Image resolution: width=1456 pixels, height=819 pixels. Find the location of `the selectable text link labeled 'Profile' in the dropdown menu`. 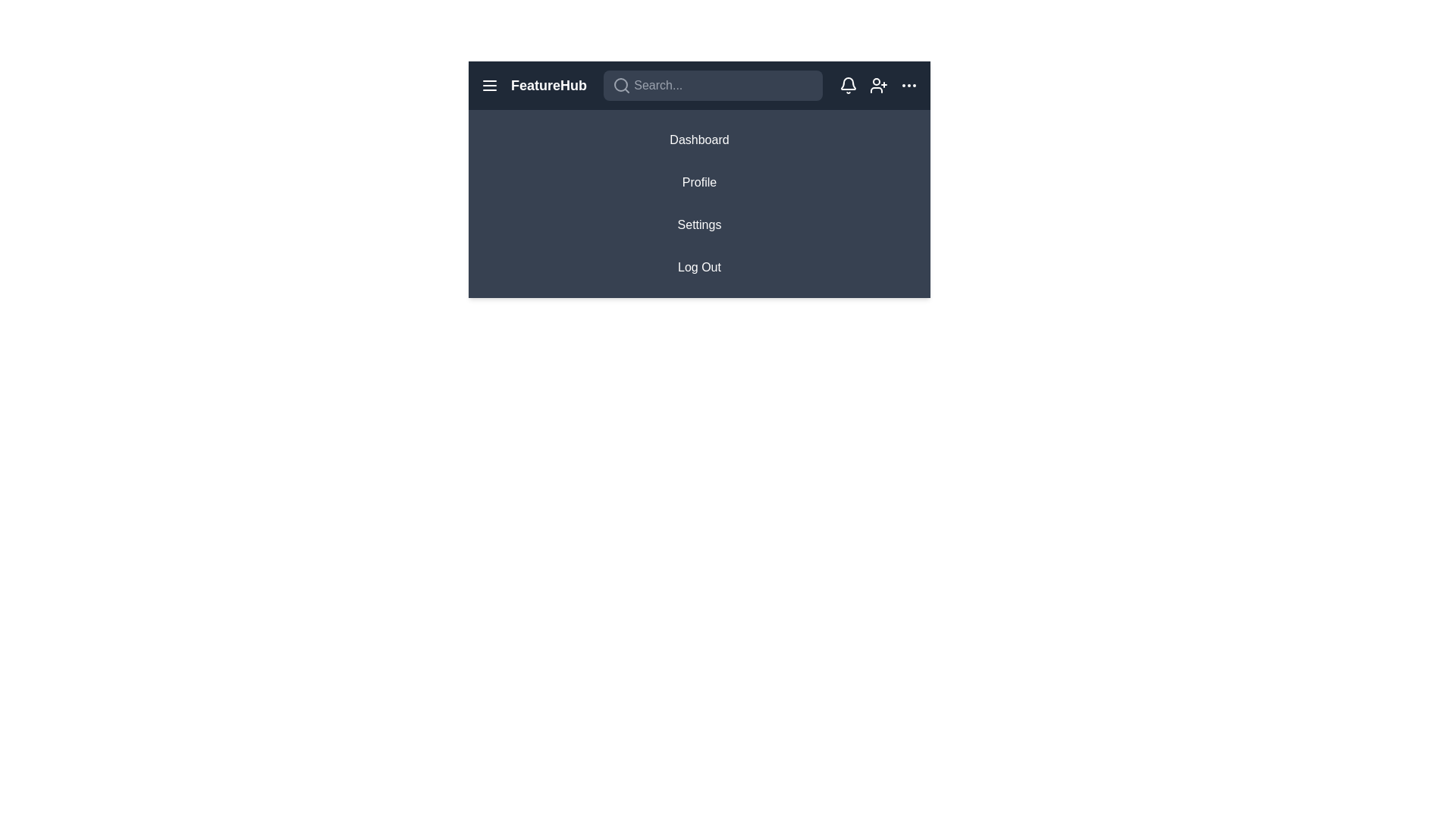

the selectable text link labeled 'Profile' in the dropdown menu is located at coordinates (698, 178).